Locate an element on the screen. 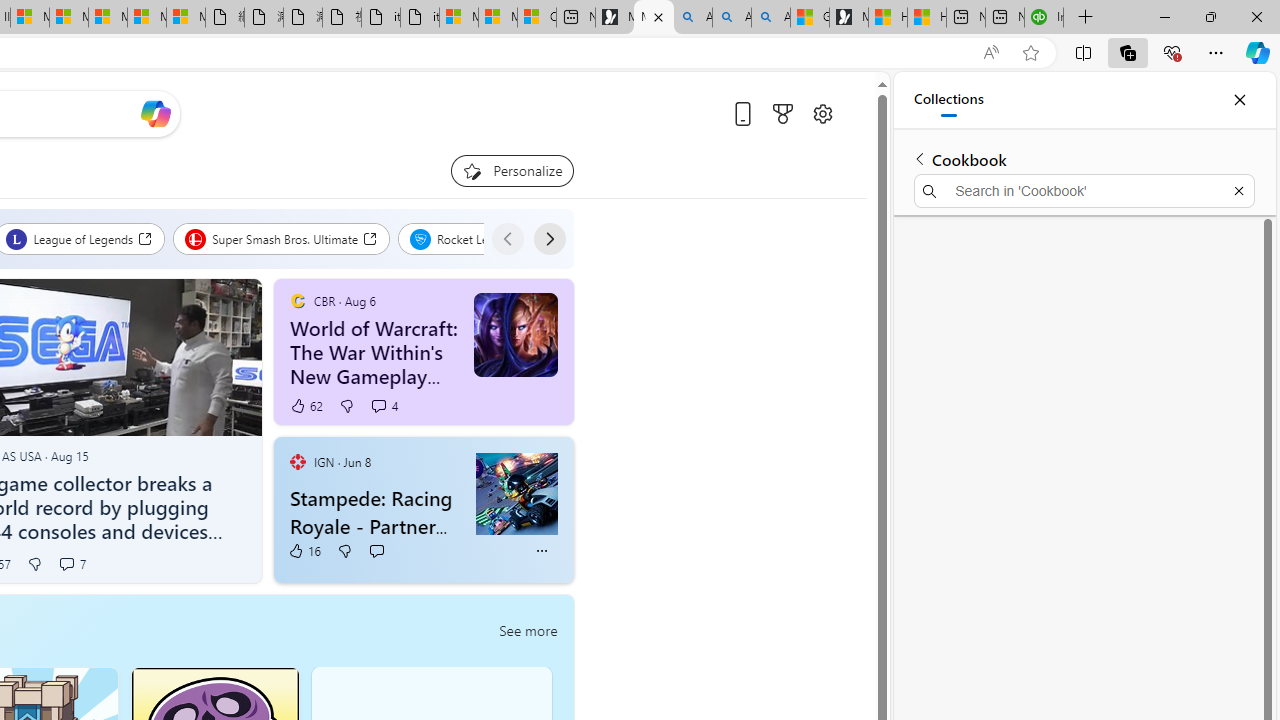 The image size is (1280, 720). 'Intuit QuickBooks Online - Quickbooks' is located at coordinates (1043, 17).